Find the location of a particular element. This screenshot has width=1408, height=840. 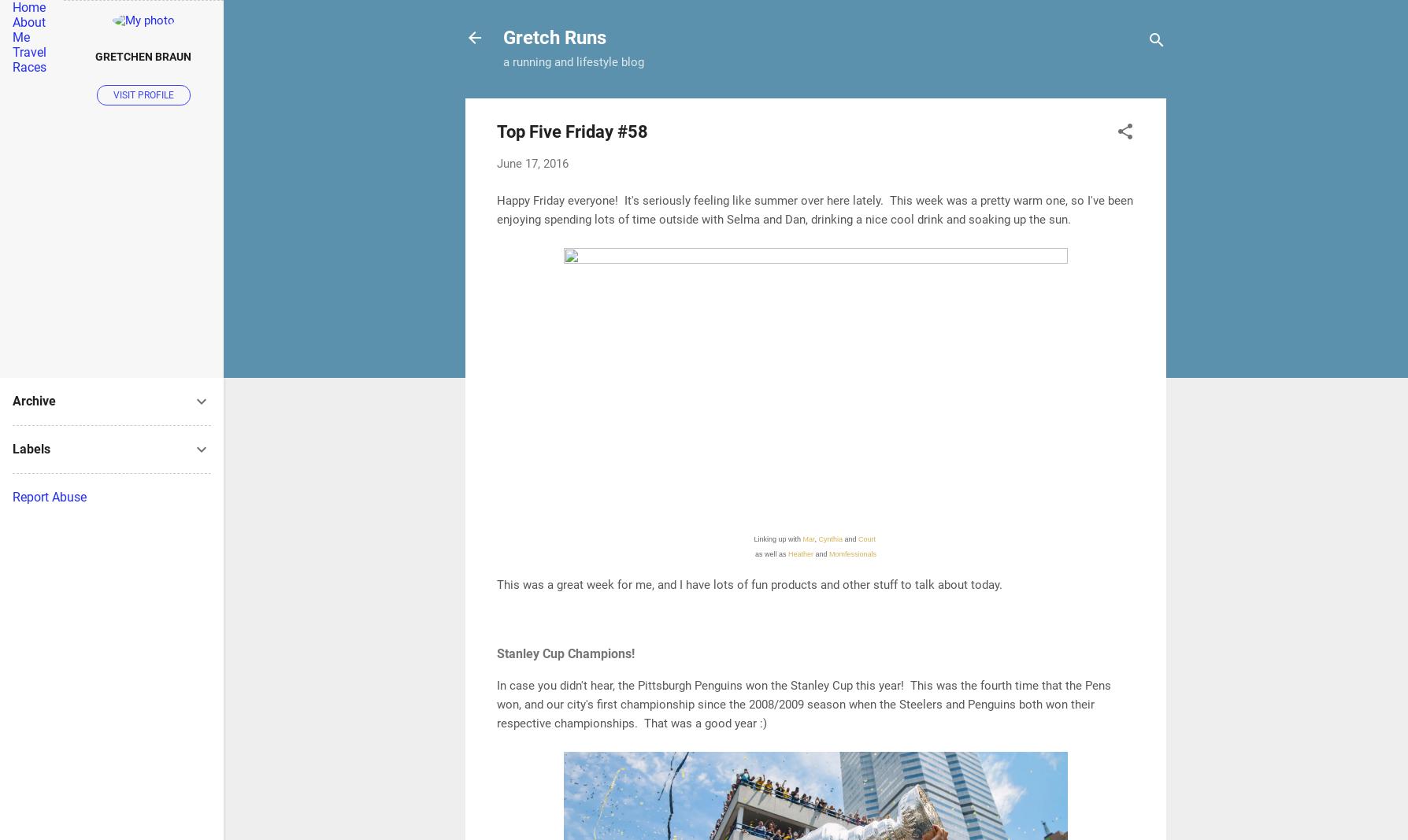

'Races' is located at coordinates (29, 66).